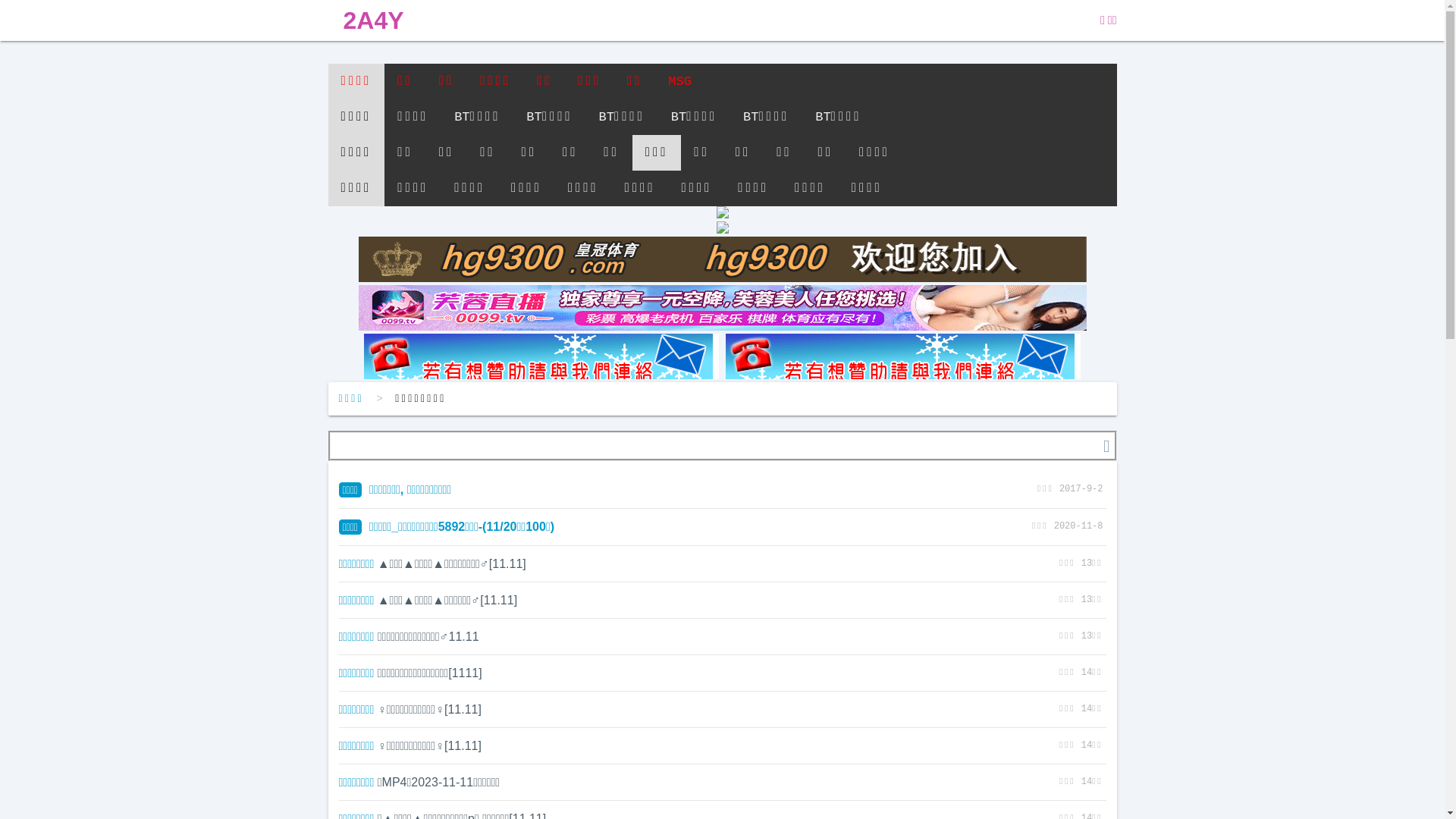 The width and height of the screenshot is (1456, 819). I want to click on '2A4Y', so click(327, 20).